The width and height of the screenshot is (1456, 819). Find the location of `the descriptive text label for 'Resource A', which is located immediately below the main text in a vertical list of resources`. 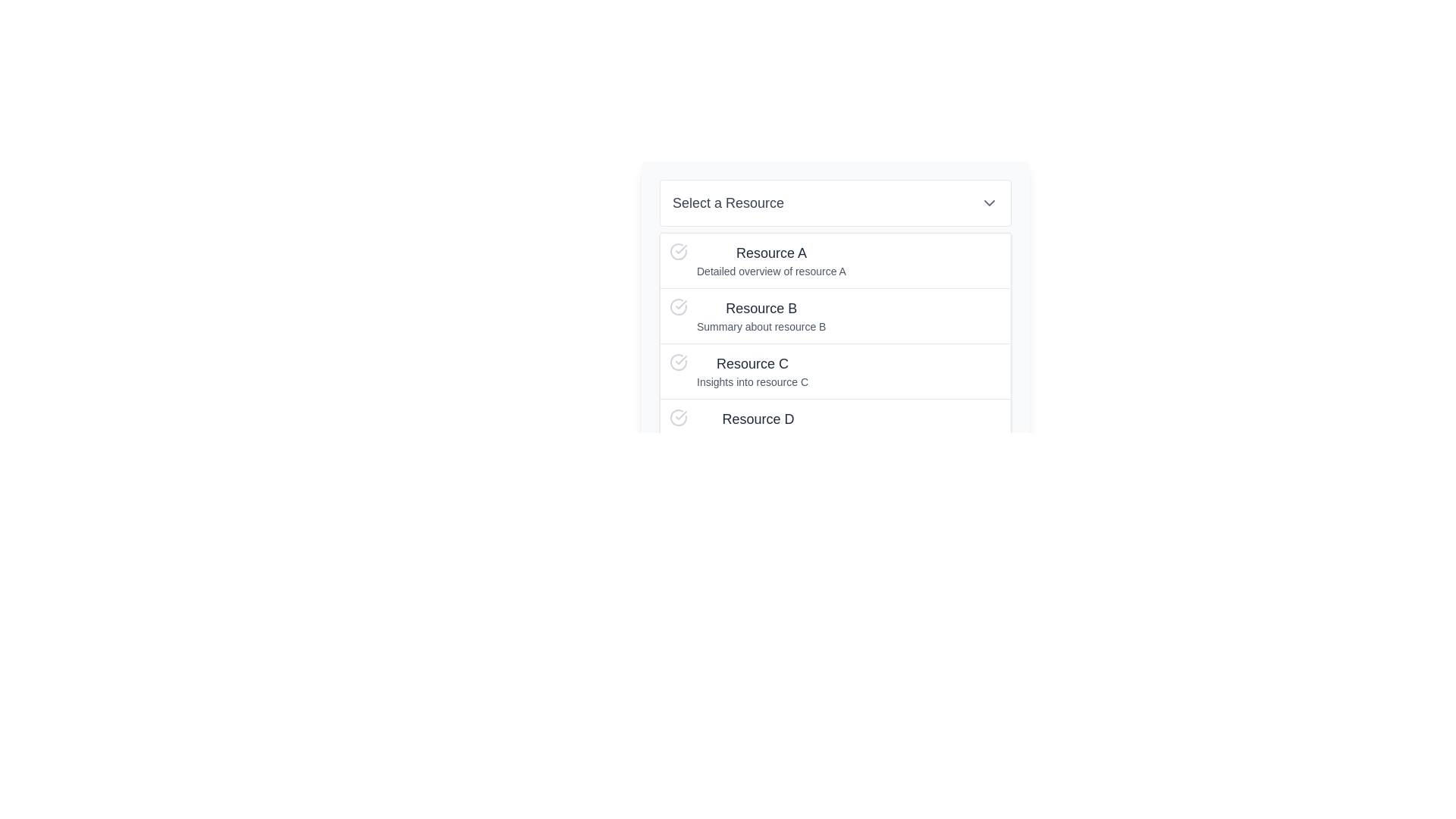

the descriptive text label for 'Resource A', which is located immediately below the main text in a vertical list of resources is located at coordinates (771, 271).